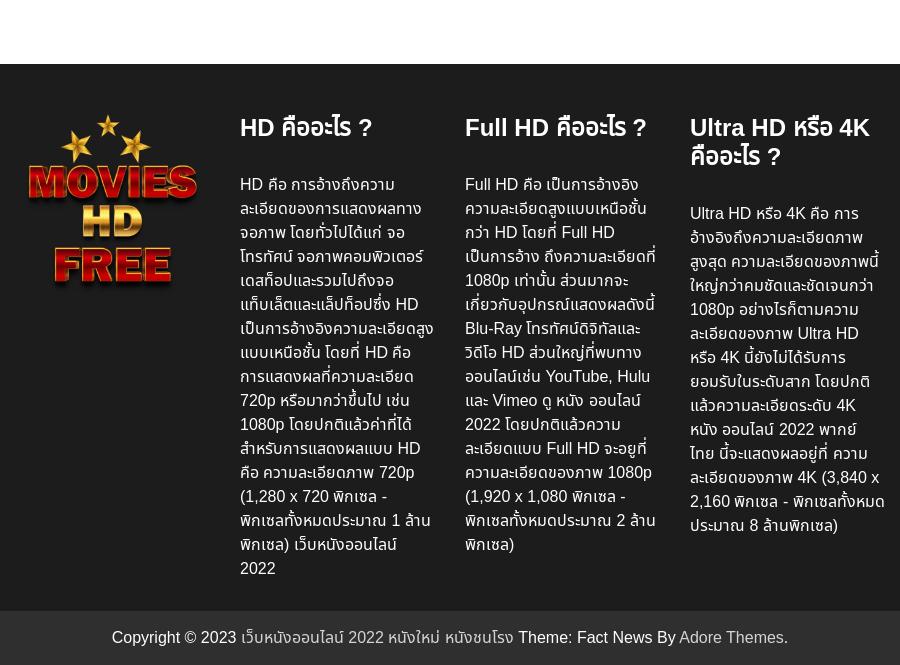 The image size is (900, 665). I want to click on 'Copyright © 2023', so click(175, 635).